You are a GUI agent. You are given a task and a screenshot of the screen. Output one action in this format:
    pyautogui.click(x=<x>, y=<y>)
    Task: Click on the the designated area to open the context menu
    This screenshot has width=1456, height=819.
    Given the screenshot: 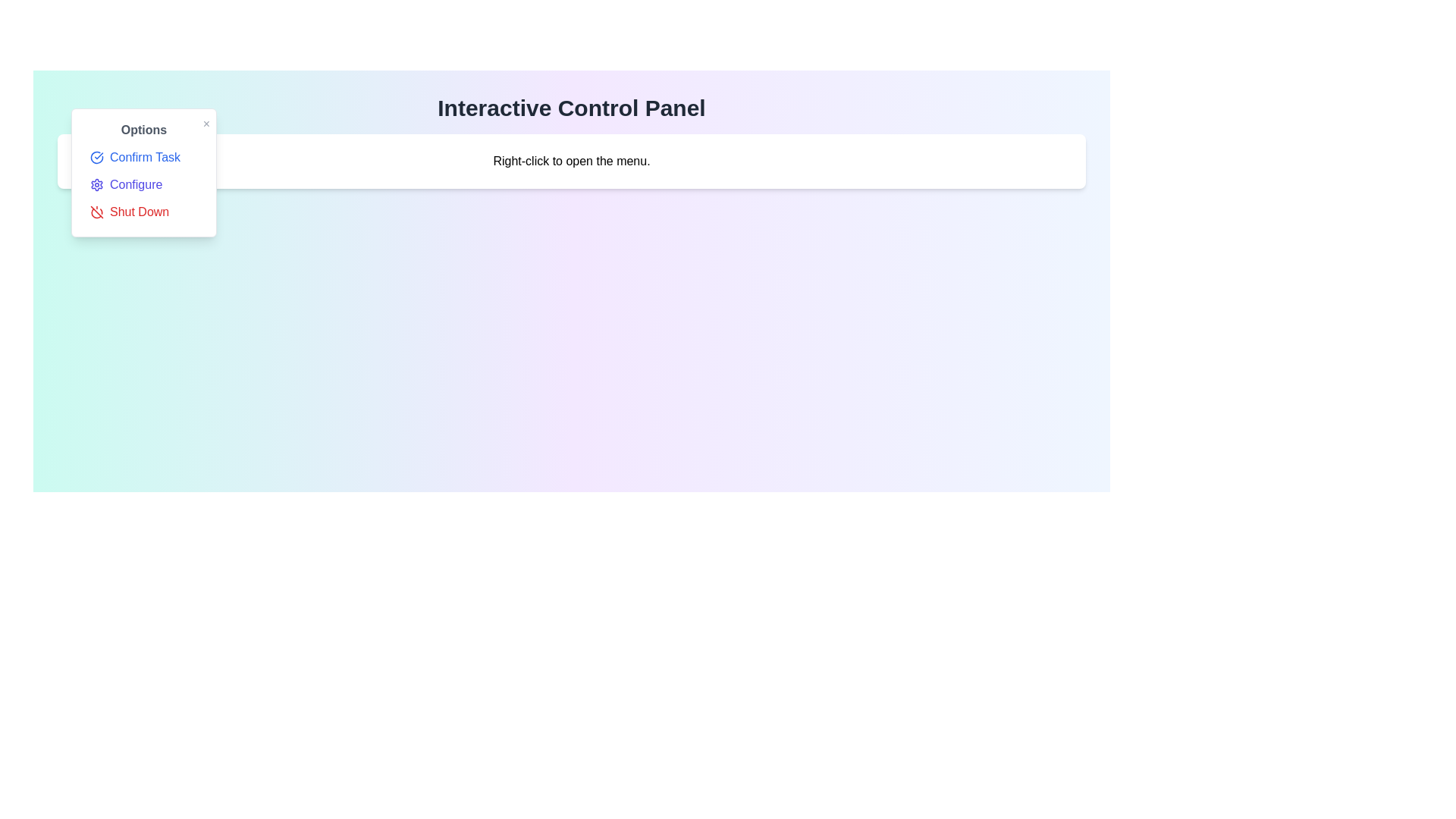 What is the action you would take?
    pyautogui.click(x=570, y=161)
    